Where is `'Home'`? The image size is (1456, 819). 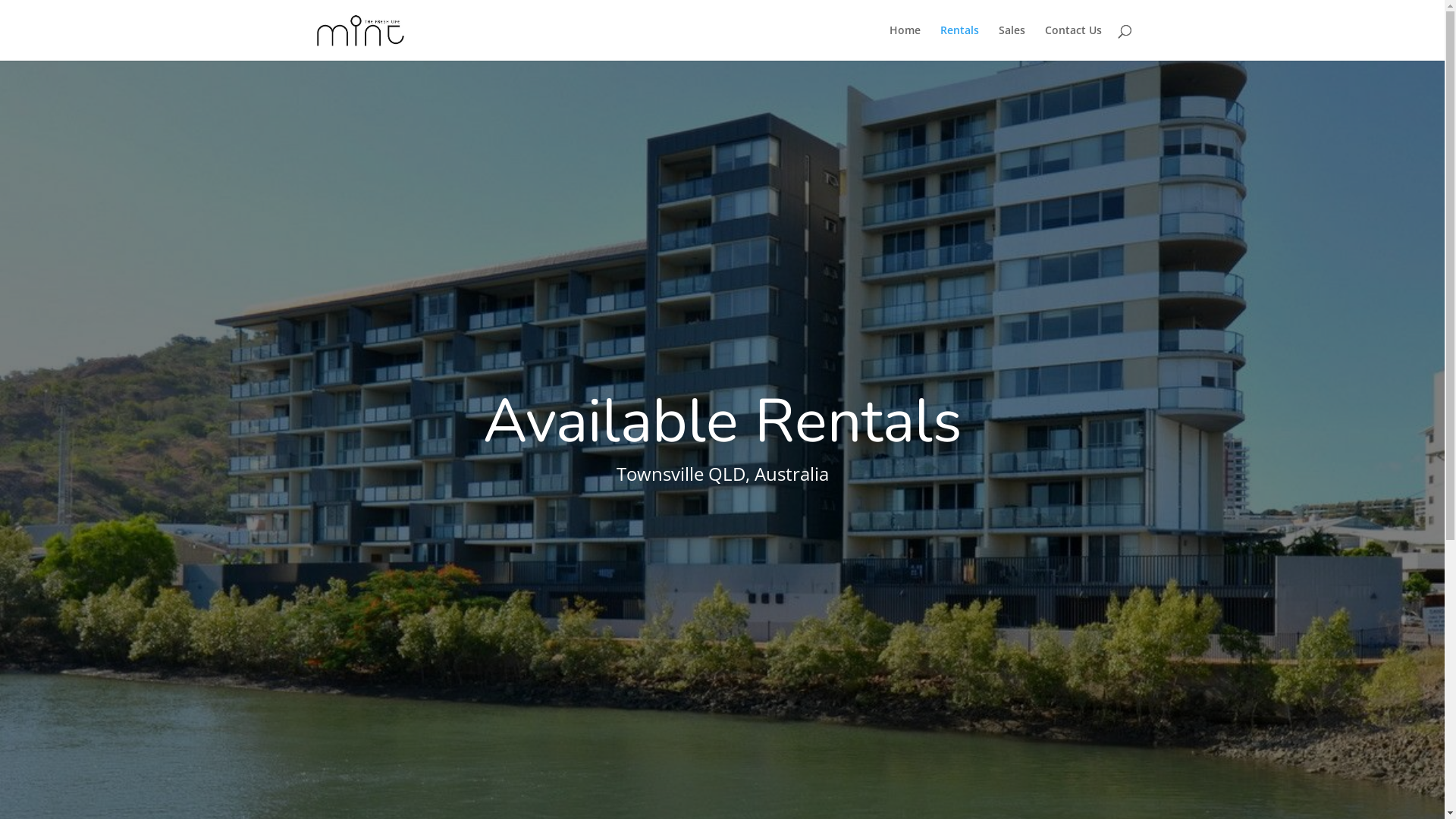 'Home' is located at coordinates (904, 42).